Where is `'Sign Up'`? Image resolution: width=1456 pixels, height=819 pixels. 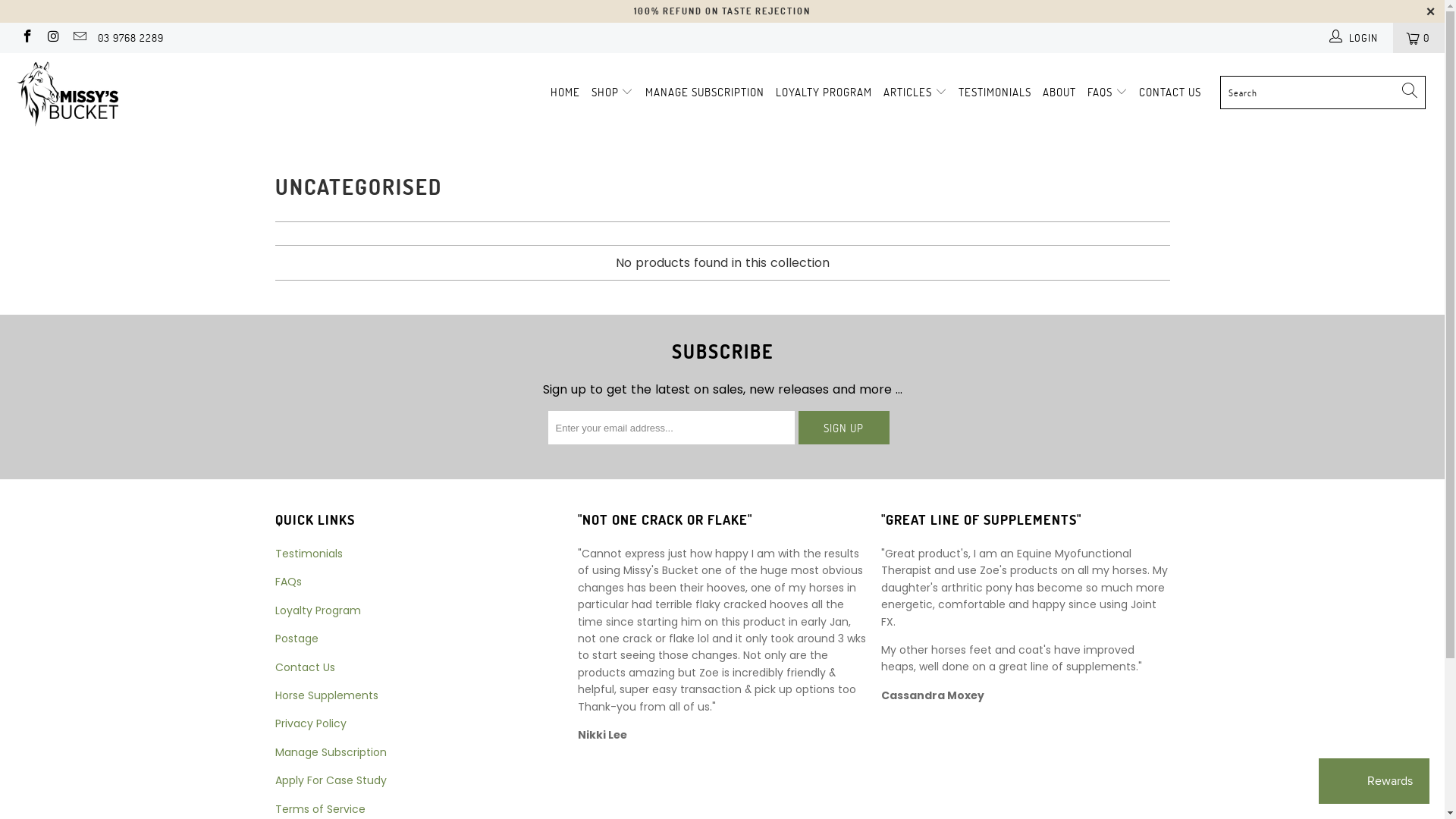 'Sign Up' is located at coordinates (796, 427).